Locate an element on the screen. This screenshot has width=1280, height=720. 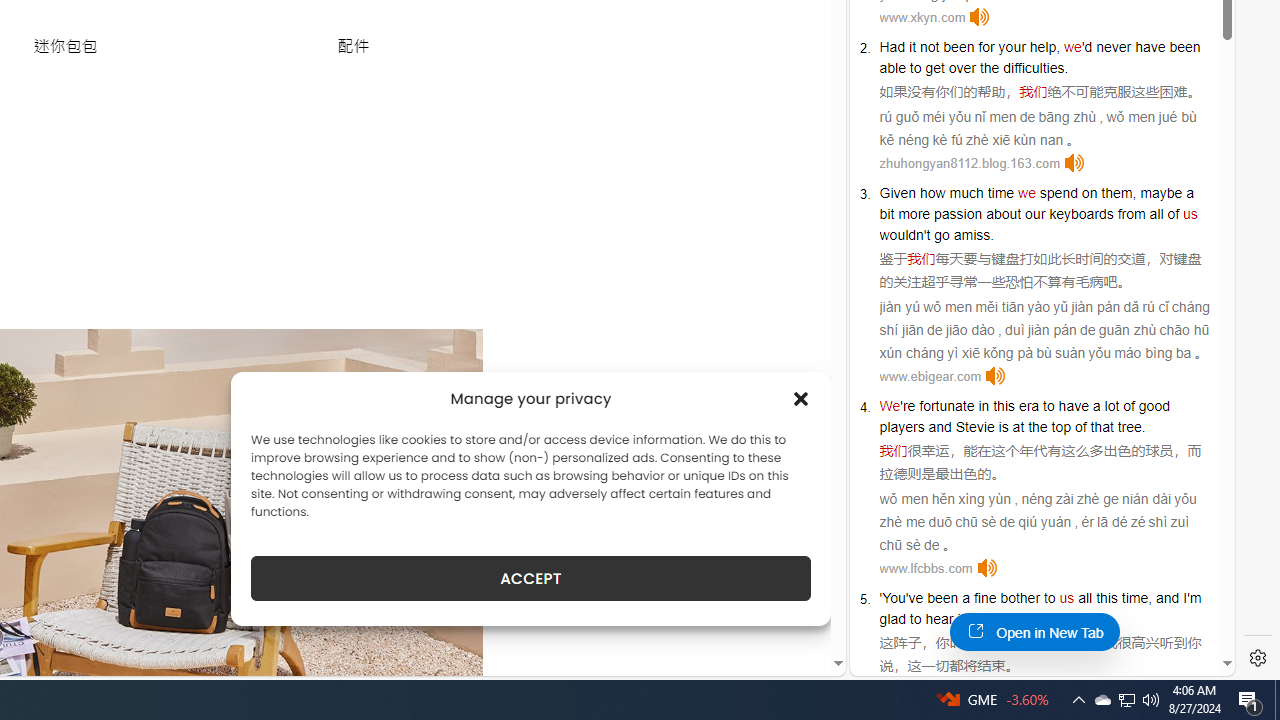
'all' is located at coordinates (1084, 596).